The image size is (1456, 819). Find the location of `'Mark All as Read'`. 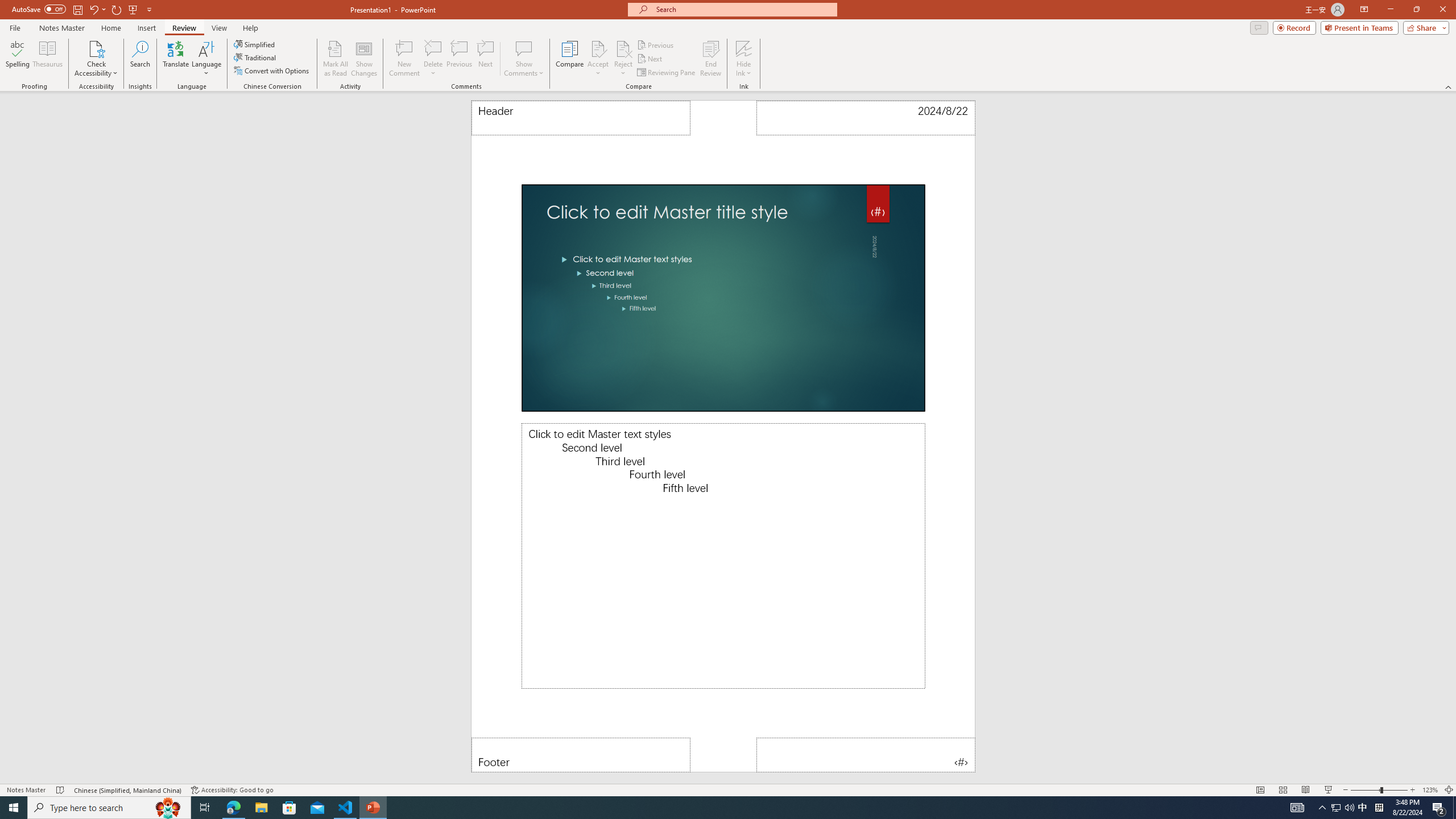

'Mark All as Read' is located at coordinates (336, 59).